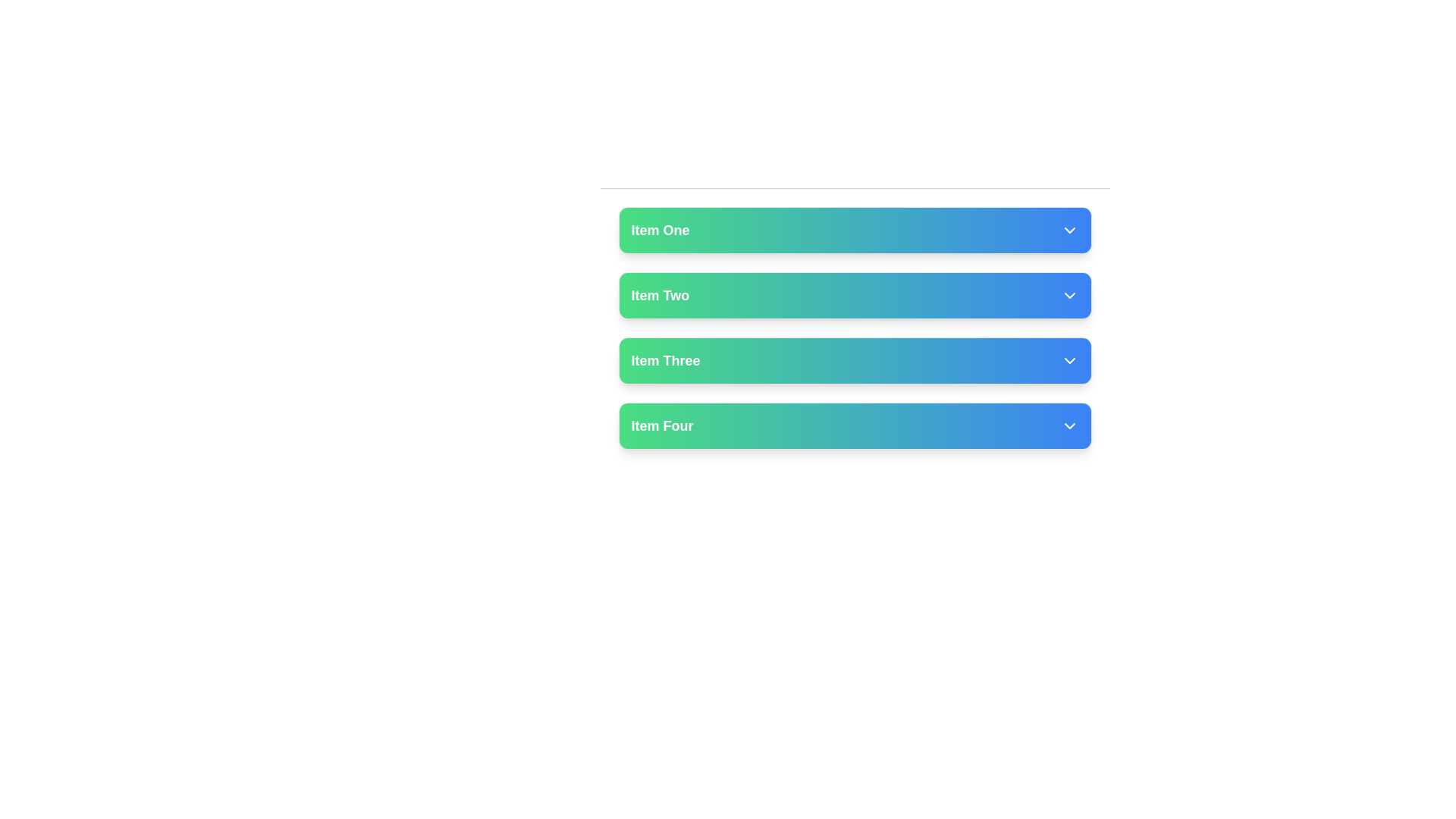  What do you see at coordinates (855, 426) in the screenshot?
I see `the selectable button at the bottom of the list` at bounding box center [855, 426].